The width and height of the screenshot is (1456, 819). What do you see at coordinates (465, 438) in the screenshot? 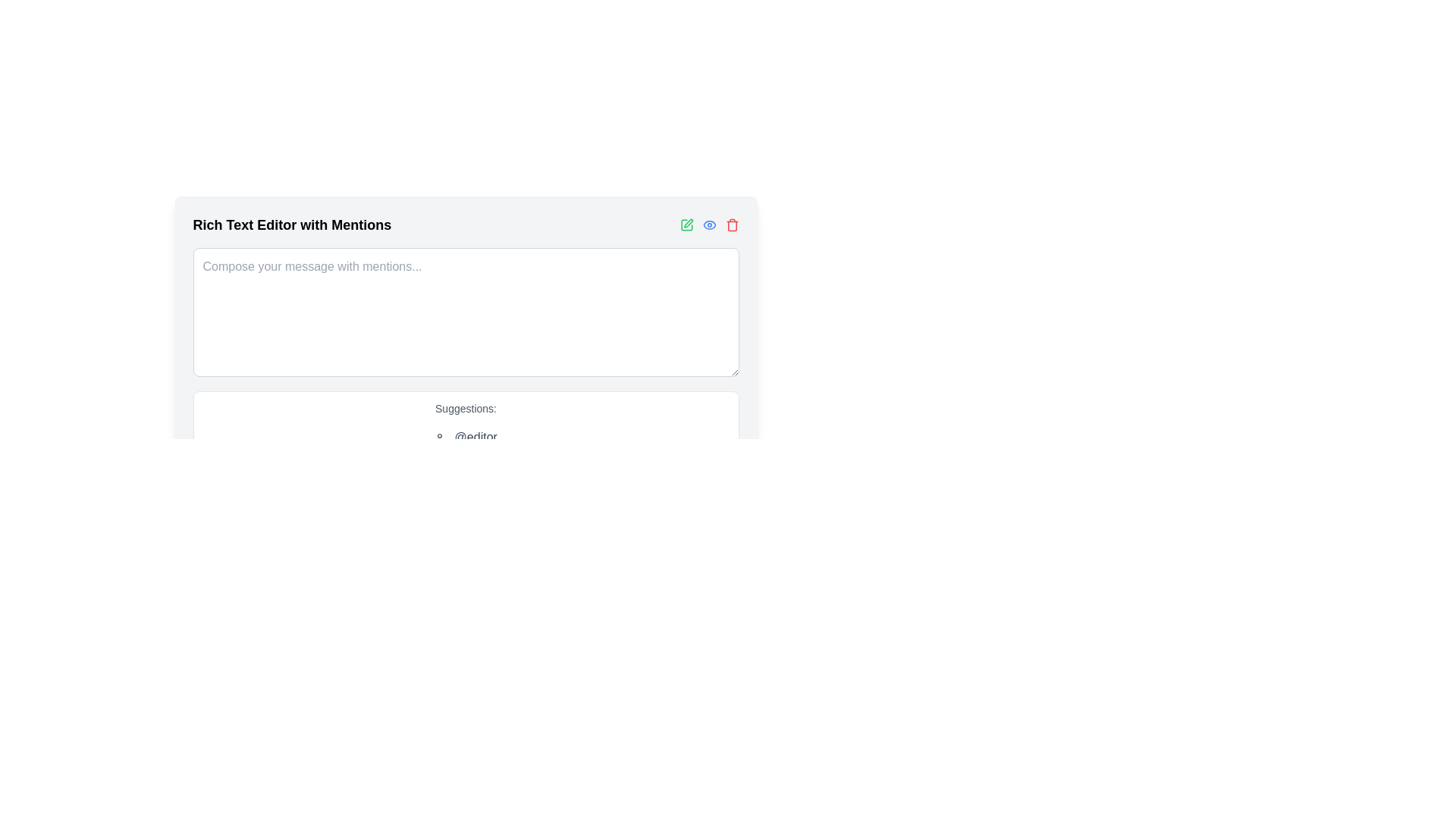
I see `the clickable list item labeled '@editor' that features a user icon and a light indigo hover effect` at bounding box center [465, 438].